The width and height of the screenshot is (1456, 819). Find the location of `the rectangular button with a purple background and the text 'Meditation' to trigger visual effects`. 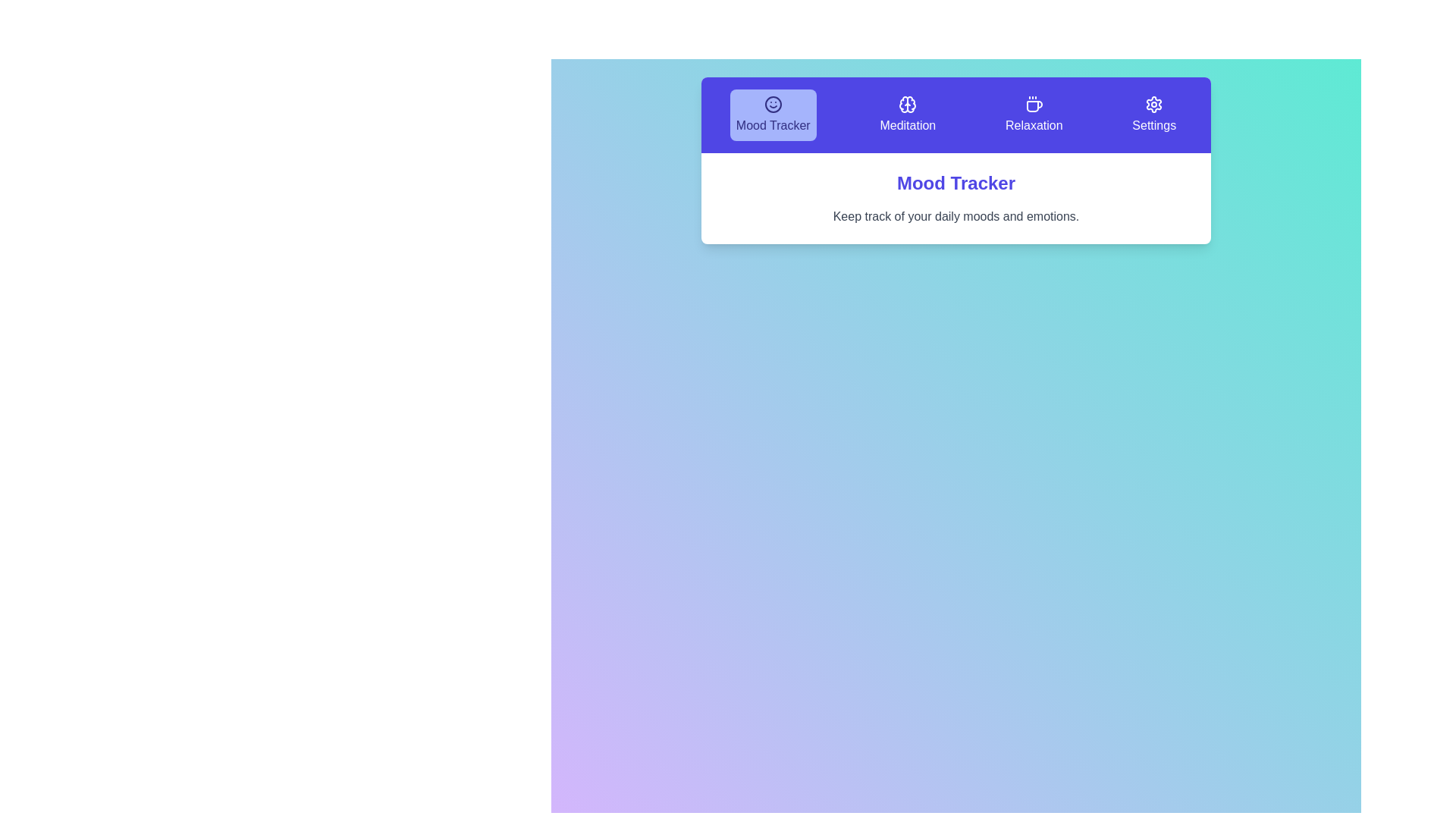

the rectangular button with a purple background and the text 'Meditation' to trigger visual effects is located at coordinates (908, 114).